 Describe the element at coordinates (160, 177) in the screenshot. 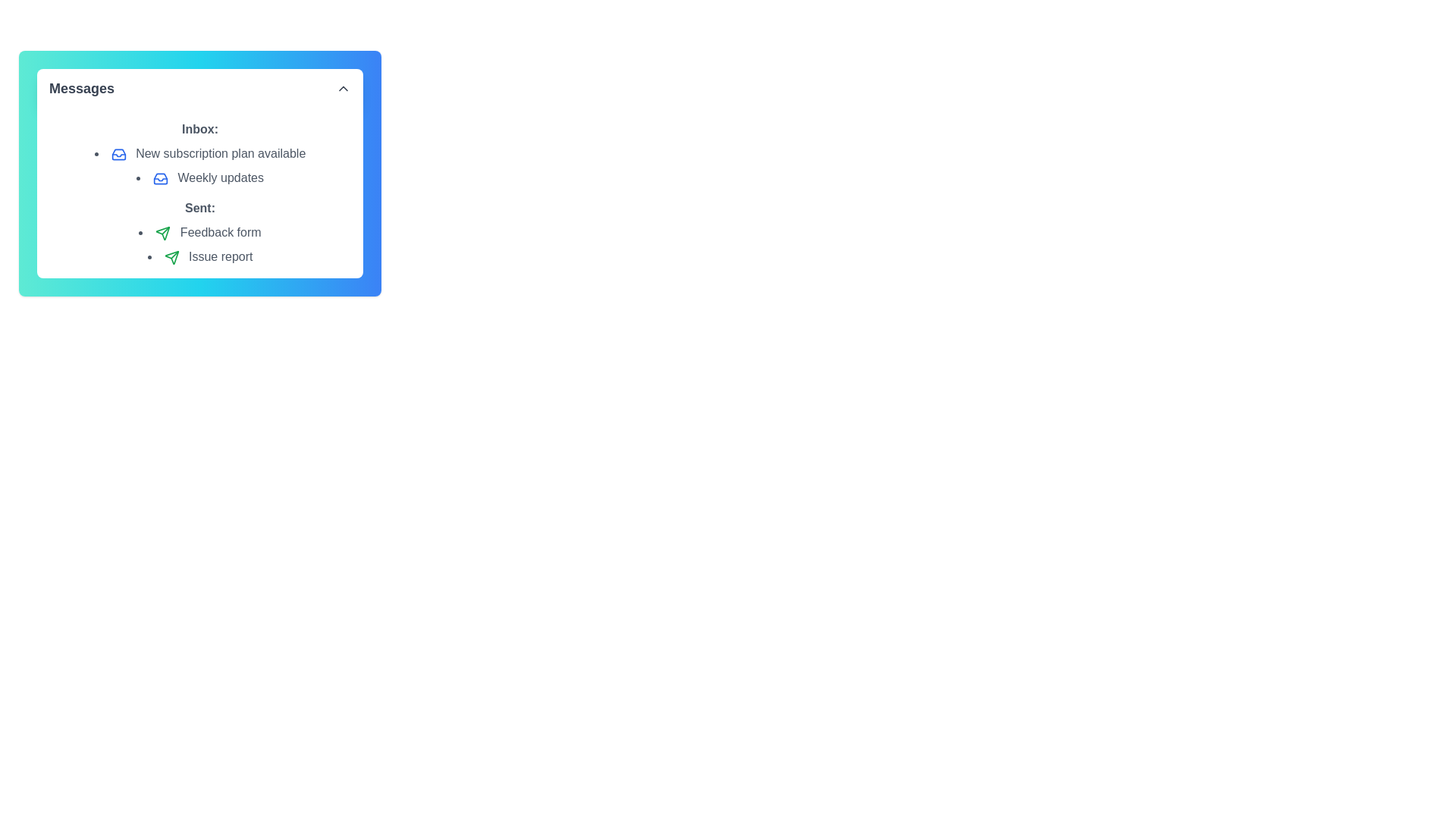

I see `the 'Inbox' icon located in the 'Messages' section, which is directly to the left of the 'Weekly updates' text` at that location.